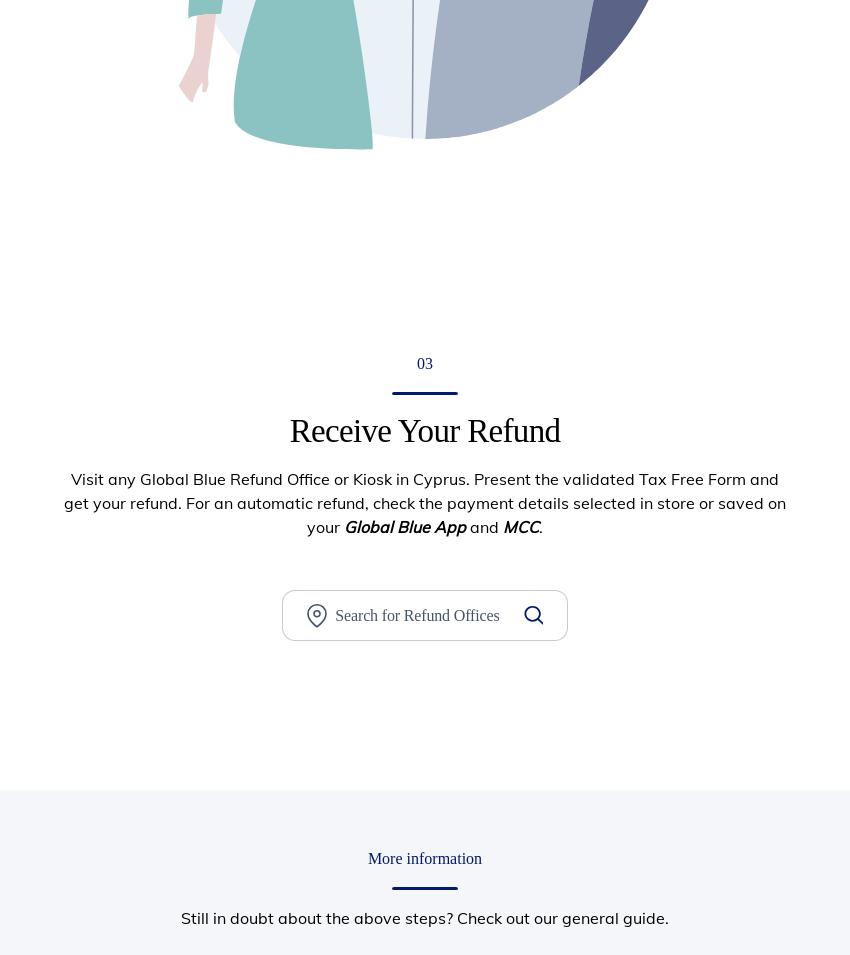  What do you see at coordinates (486, 676) in the screenshot?
I see `'Help & Support'` at bounding box center [486, 676].